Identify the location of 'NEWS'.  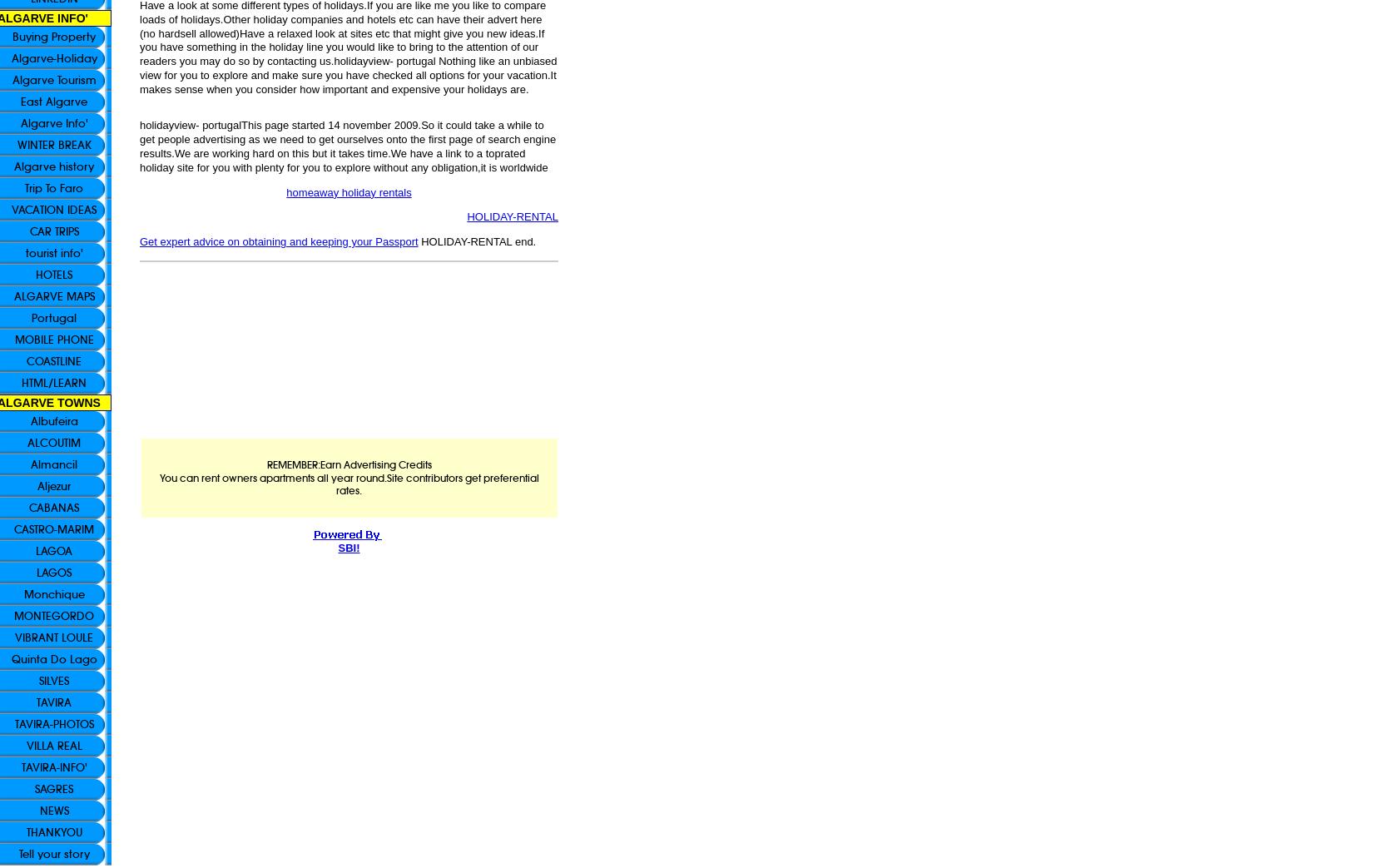
(39, 810).